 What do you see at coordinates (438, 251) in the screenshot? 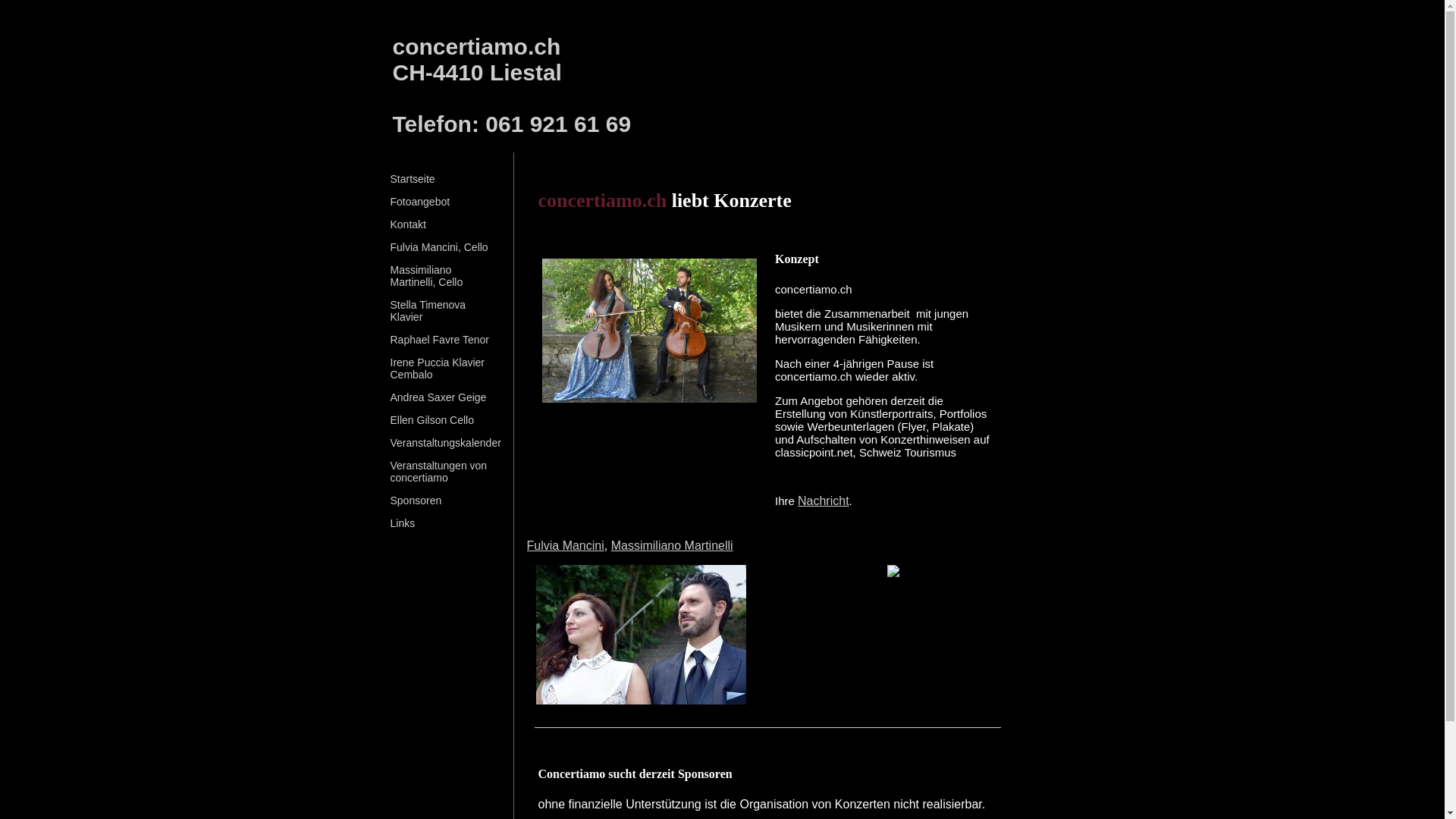
I see `'Fulvia Mancini, Cello'` at bounding box center [438, 251].